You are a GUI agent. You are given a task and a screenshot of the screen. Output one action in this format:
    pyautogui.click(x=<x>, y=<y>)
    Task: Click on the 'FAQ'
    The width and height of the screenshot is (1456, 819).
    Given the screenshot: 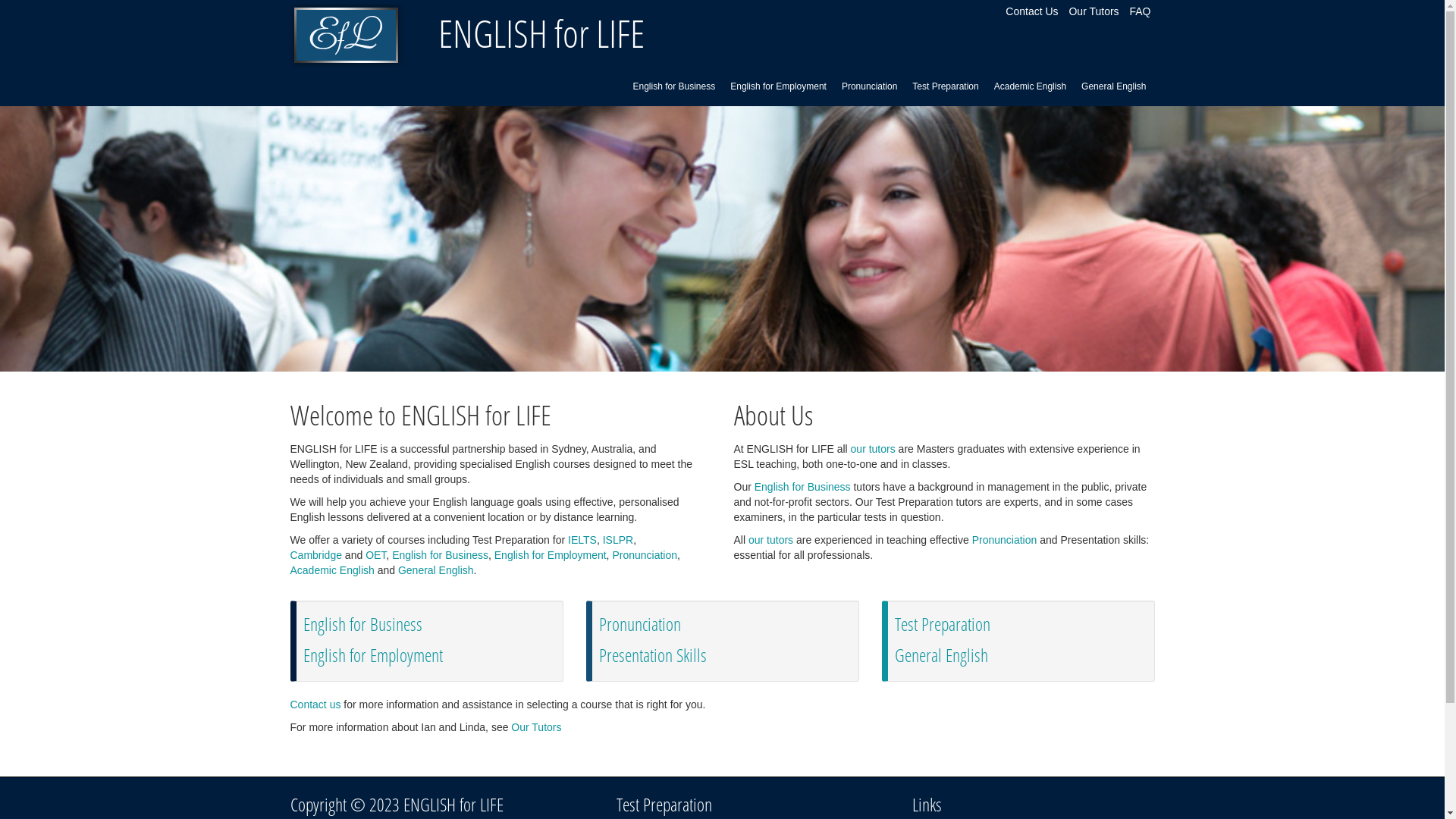 What is the action you would take?
    pyautogui.click(x=1128, y=11)
    